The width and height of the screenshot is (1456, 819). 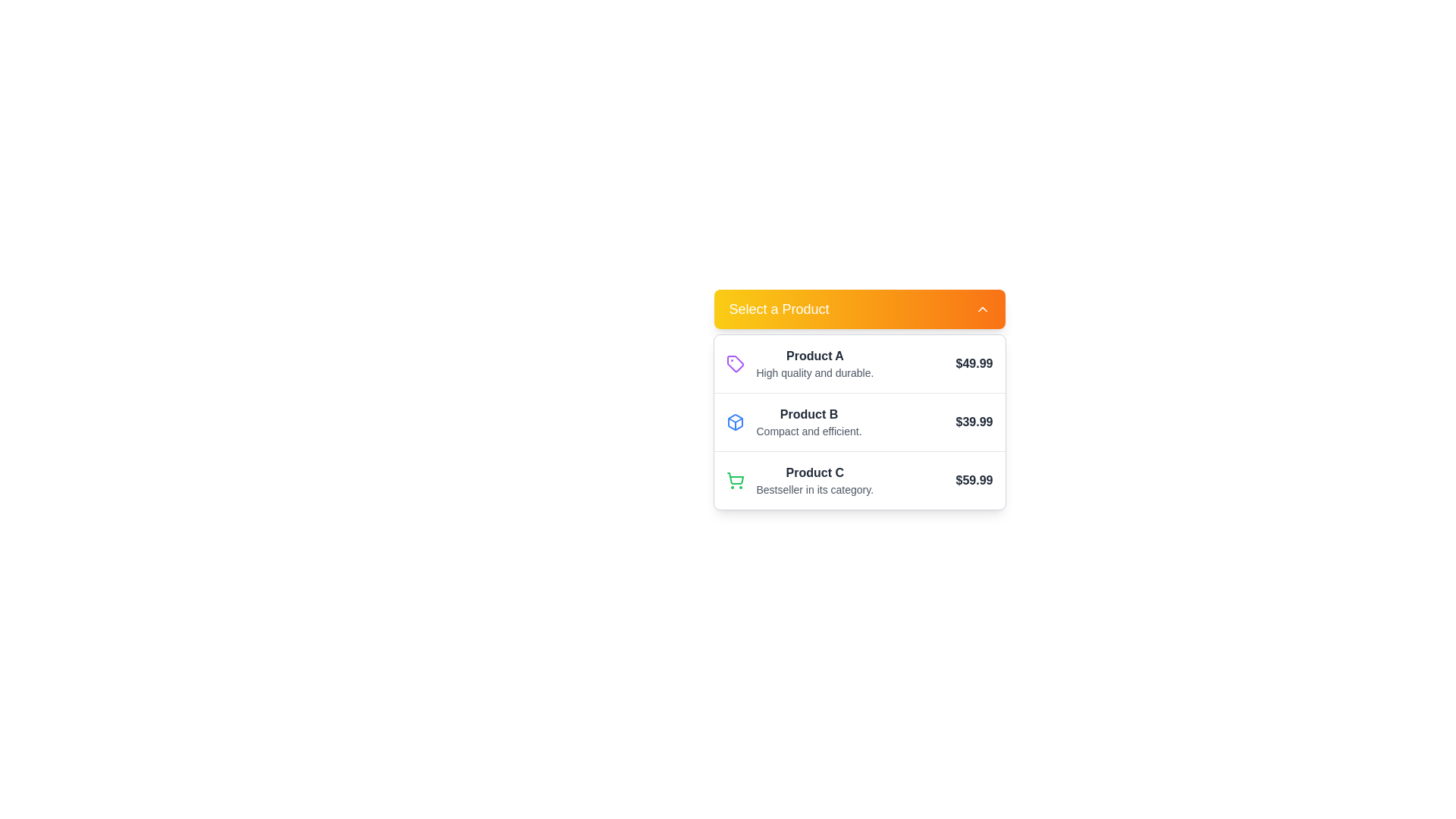 I want to click on the text block displaying 'Product C' and 'Bestseller in its category' located in the third row of the 'Select a Product' dropdown menu, so click(x=814, y=480).